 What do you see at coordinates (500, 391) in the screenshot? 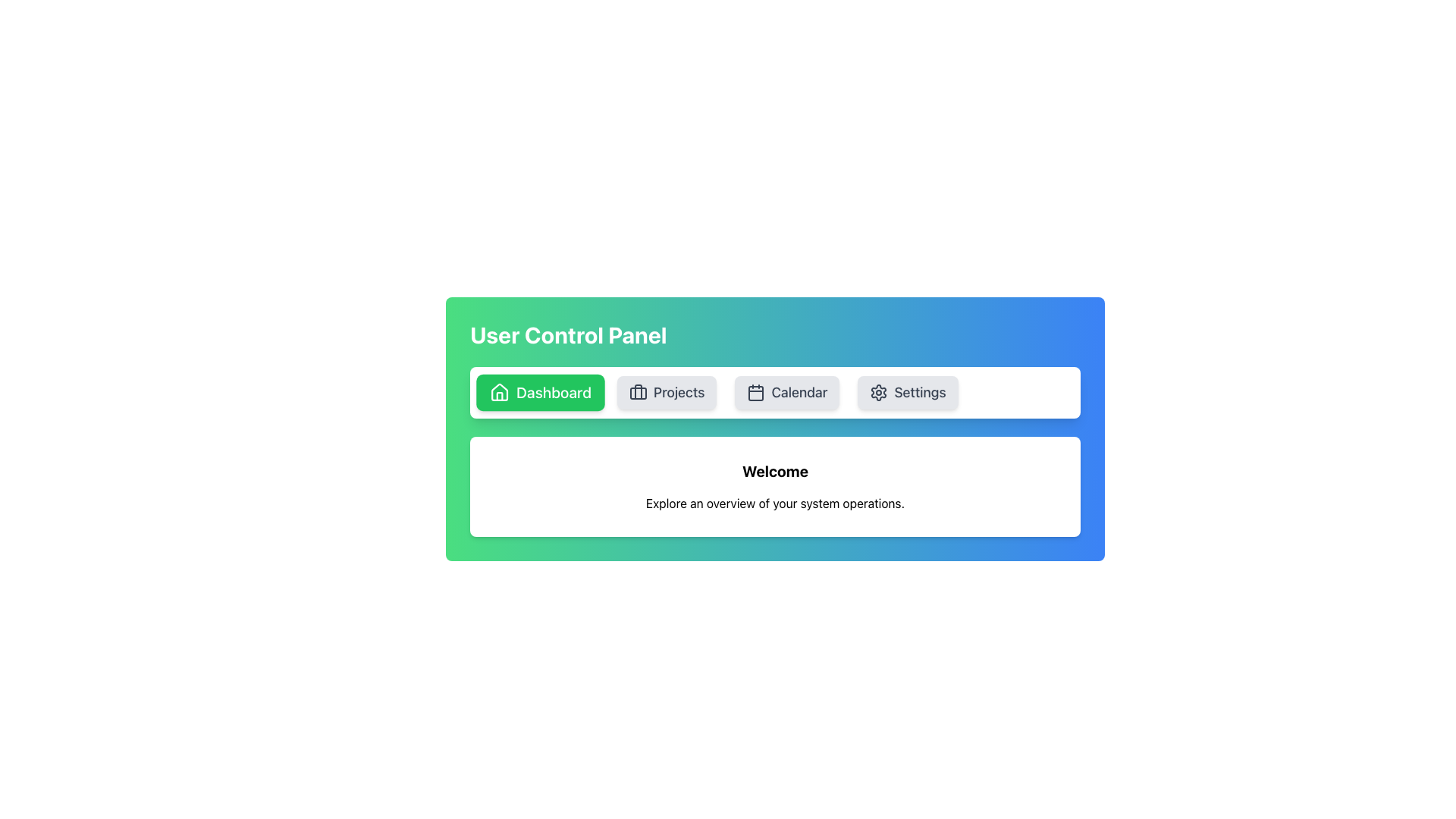
I see `the home icon located at the bottom of the grouped vector icon set, which is part of the green-highlighted dashboard button near the upper left of the user interface` at bounding box center [500, 391].